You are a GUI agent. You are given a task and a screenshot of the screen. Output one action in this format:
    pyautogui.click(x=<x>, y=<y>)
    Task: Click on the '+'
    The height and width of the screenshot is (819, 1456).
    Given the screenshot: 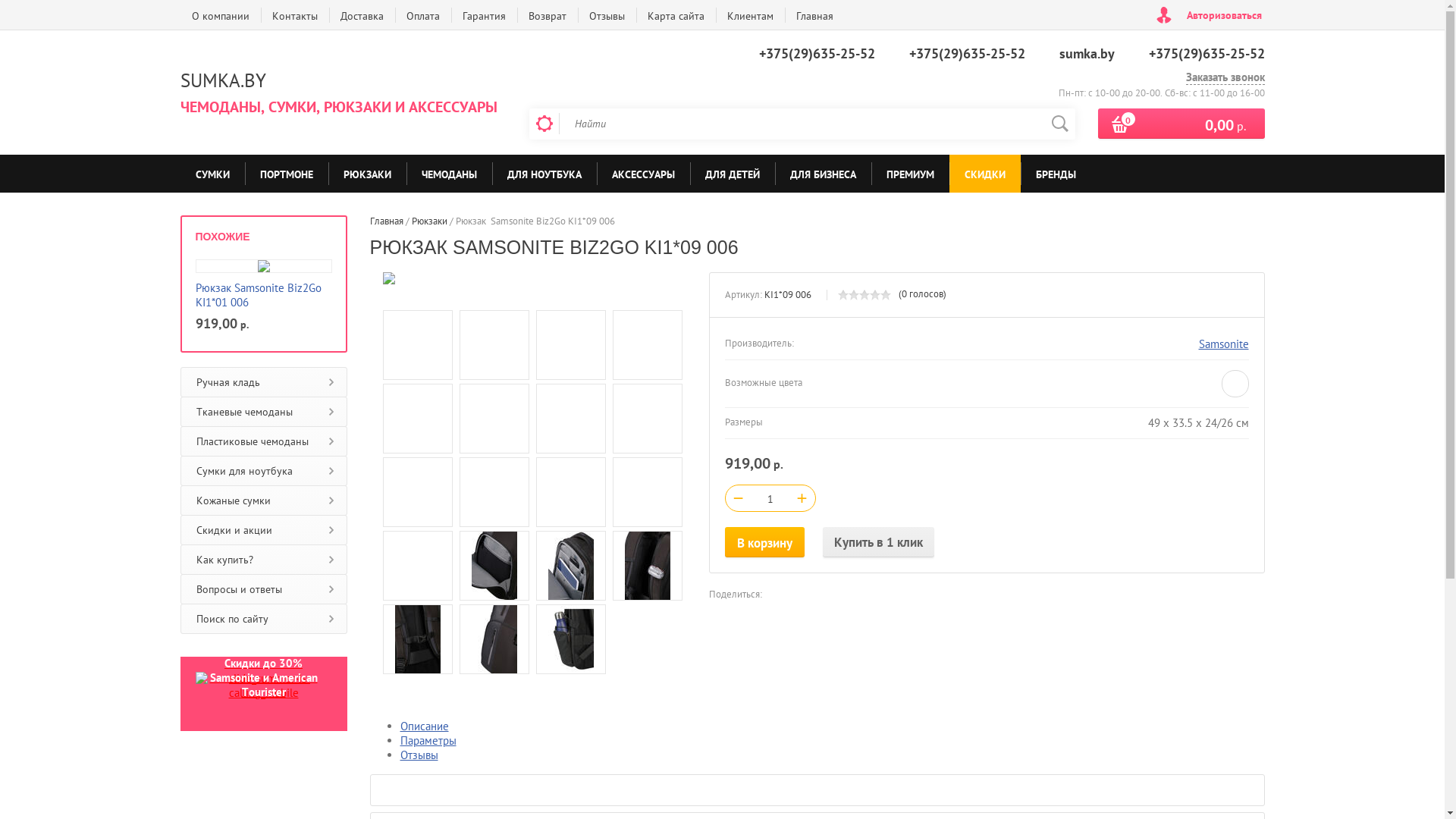 What is the action you would take?
    pyautogui.click(x=801, y=497)
    